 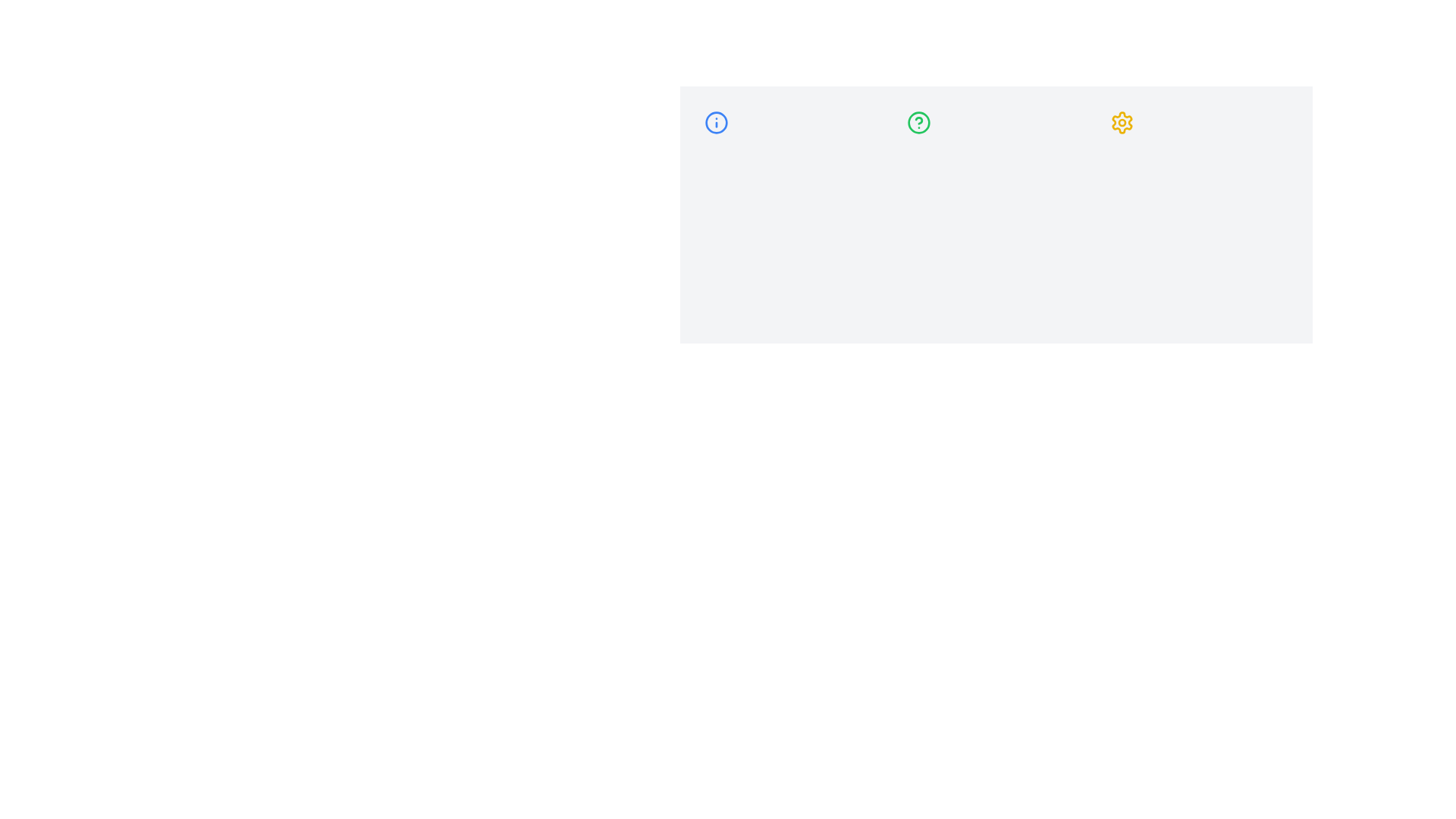 I want to click on the gear icon, which symbolizes settings or configuration options, so click(x=1122, y=122).